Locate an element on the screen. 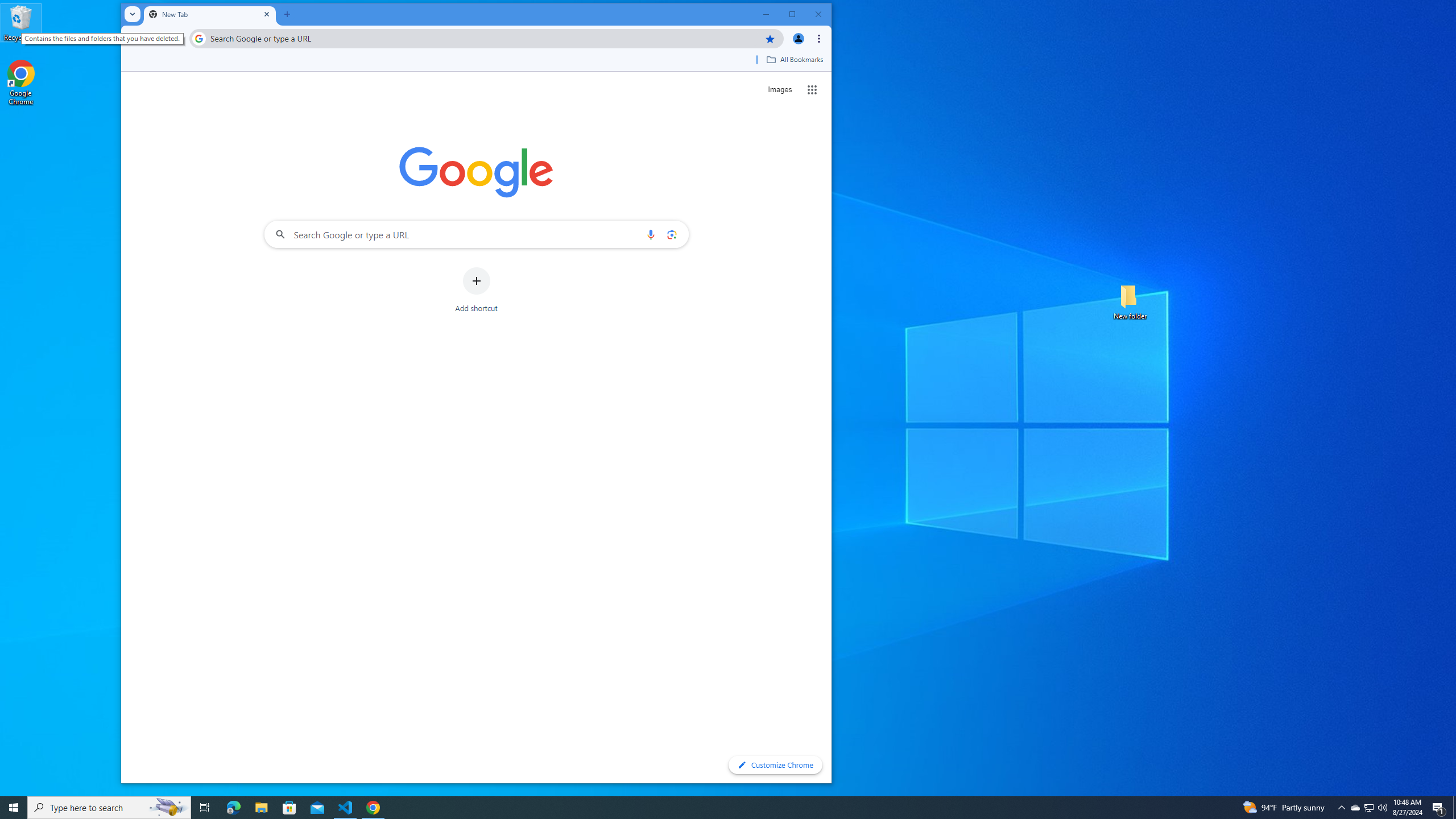 The width and height of the screenshot is (1456, 819). 'New folder' is located at coordinates (1130, 300).